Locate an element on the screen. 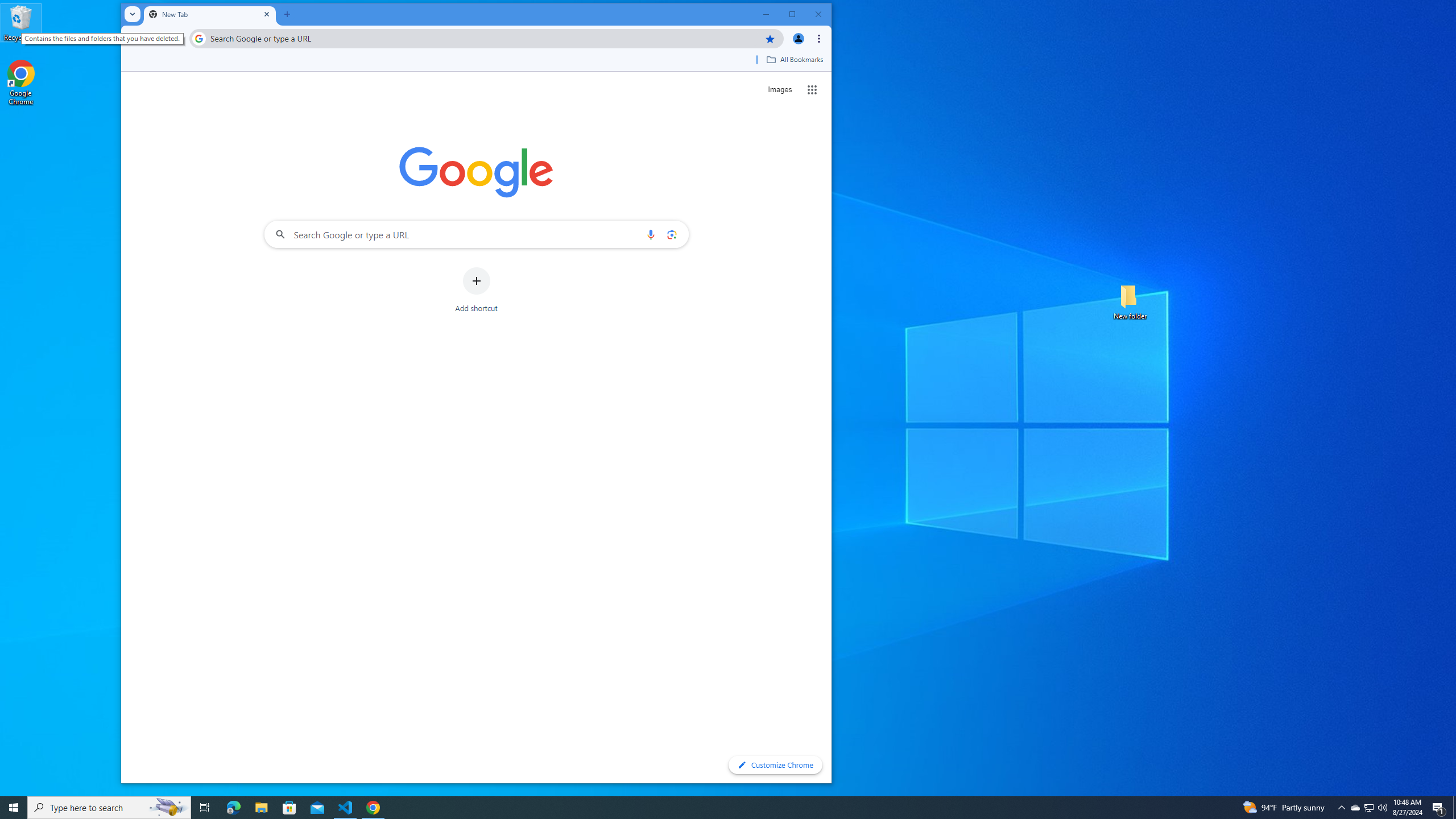 The width and height of the screenshot is (1456, 819). 'New folder' is located at coordinates (1130, 300).